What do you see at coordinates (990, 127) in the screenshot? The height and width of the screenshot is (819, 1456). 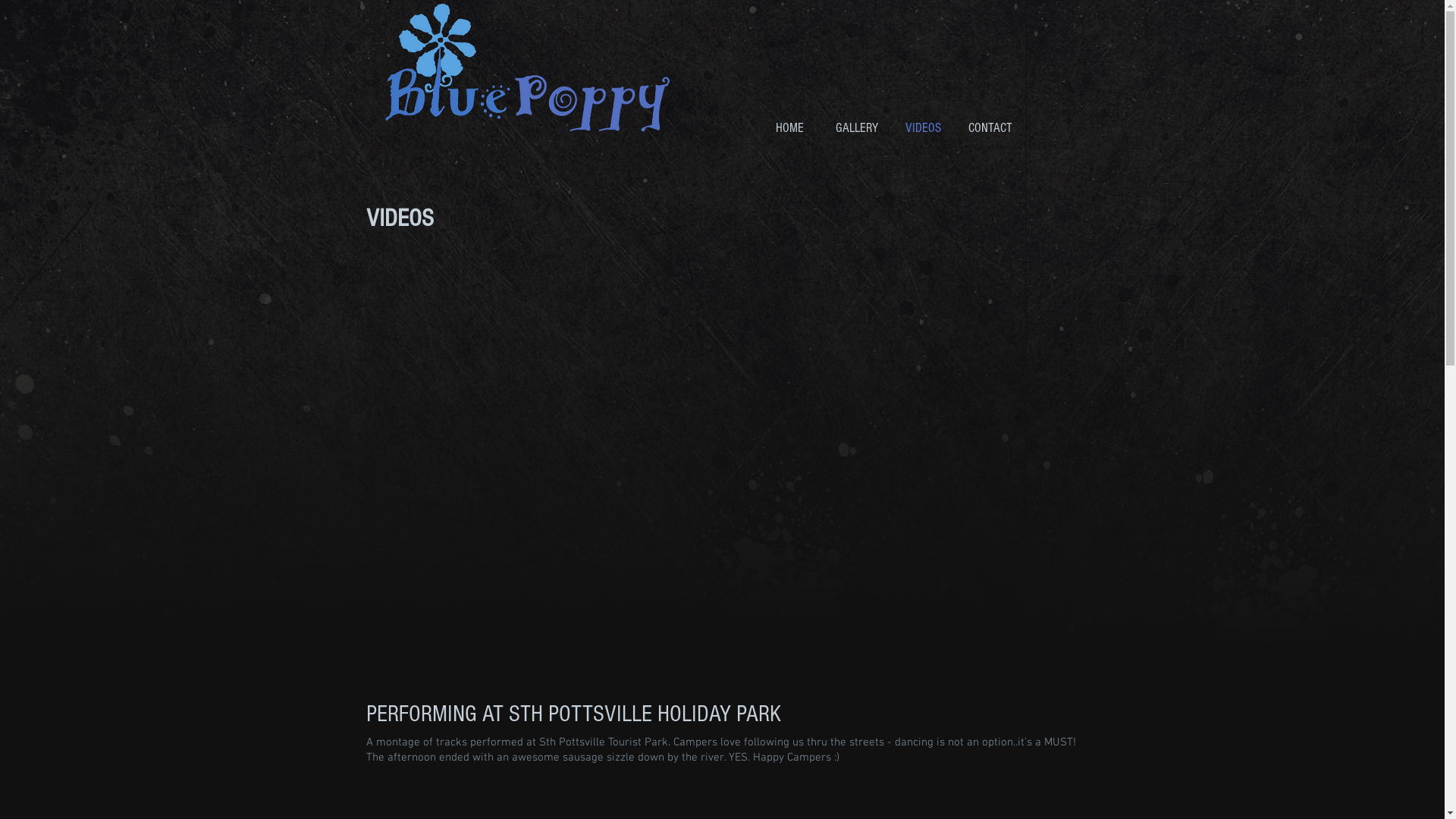 I see `'CONTACT'` at bounding box center [990, 127].